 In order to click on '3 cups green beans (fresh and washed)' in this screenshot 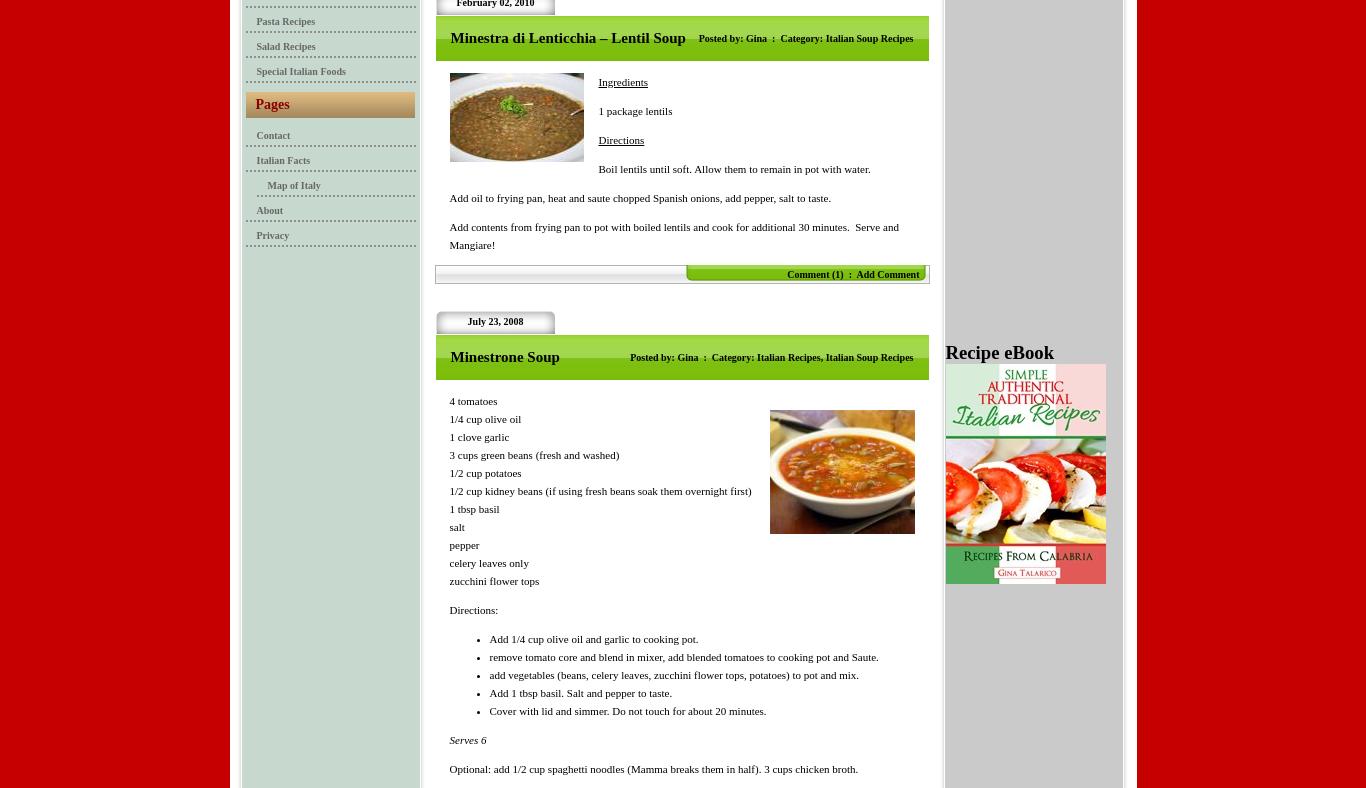, I will do `click(533, 453)`.